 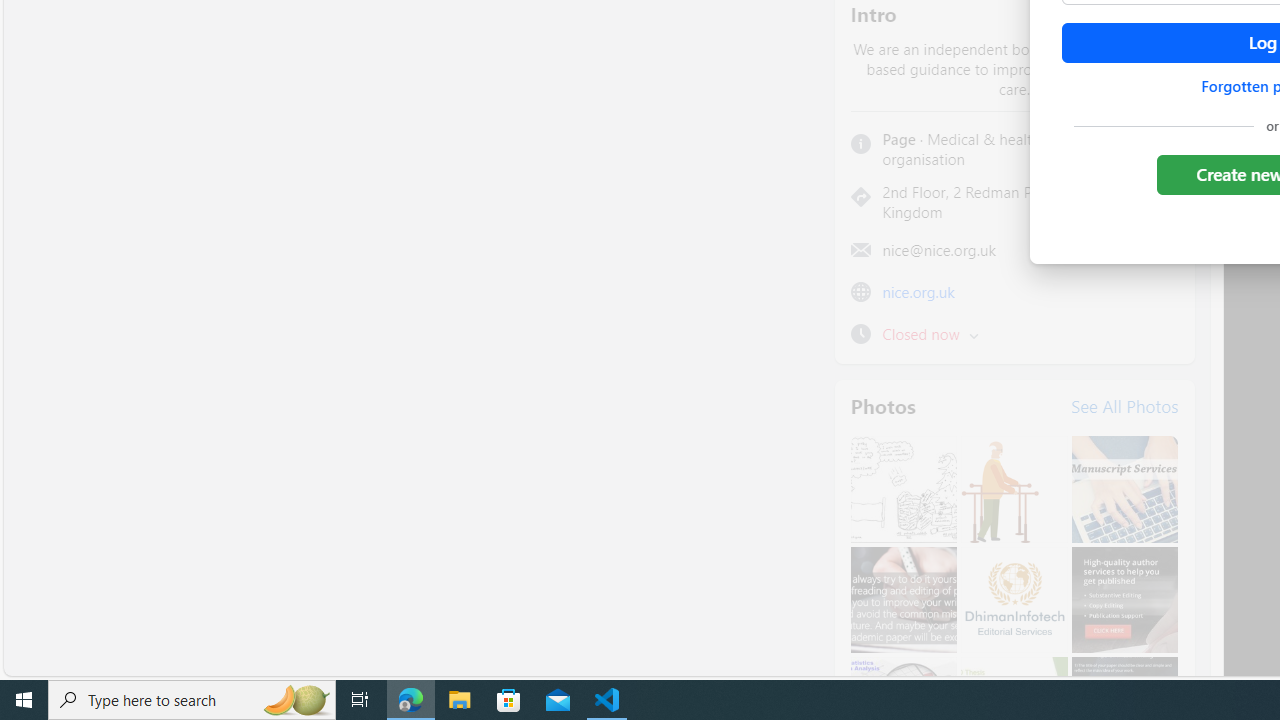 What do you see at coordinates (359, 698) in the screenshot?
I see `'Task View'` at bounding box center [359, 698].